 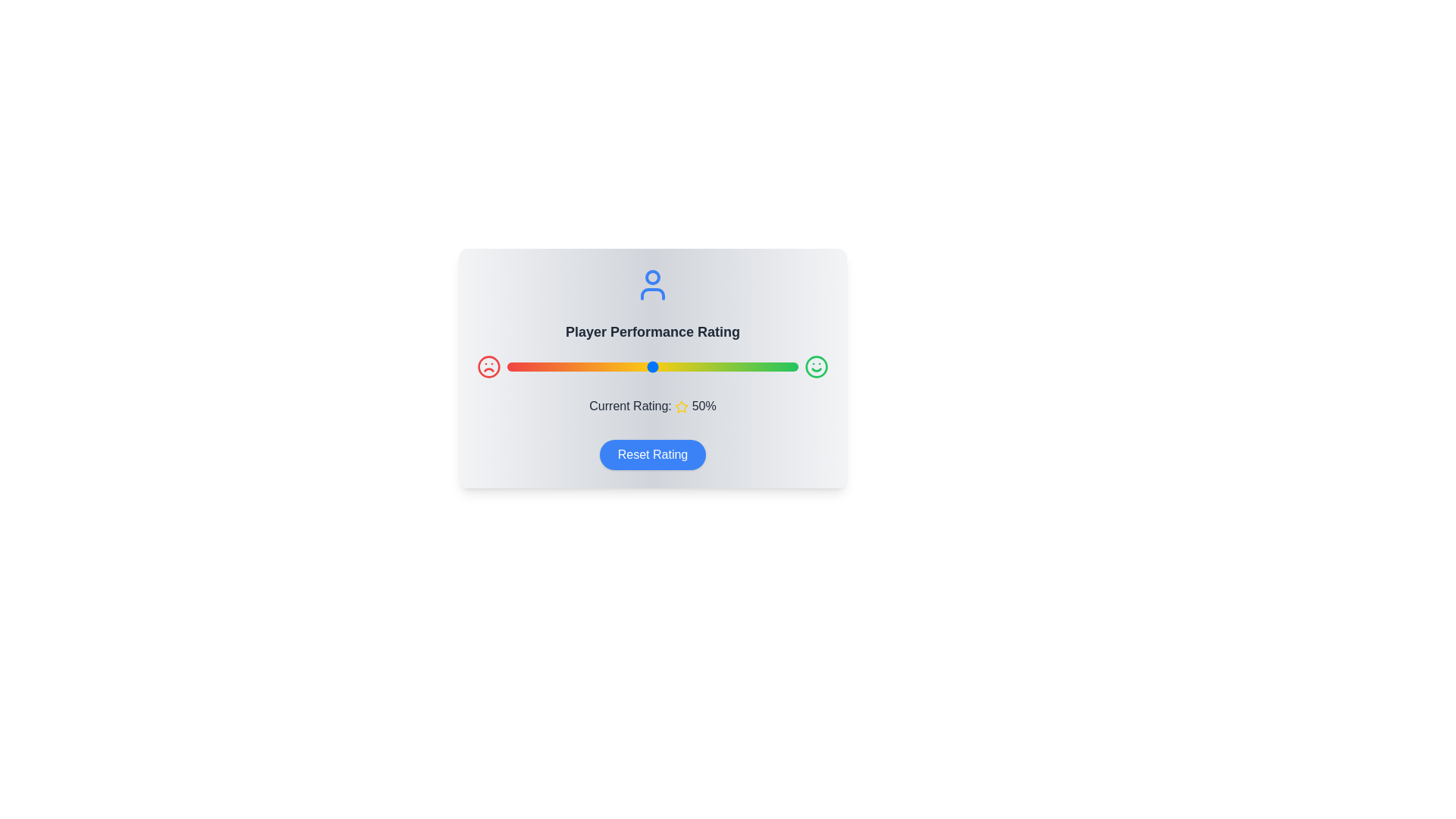 What do you see at coordinates (769, 366) in the screenshot?
I see `the rating slider to 90%` at bounding box center [769, 366].